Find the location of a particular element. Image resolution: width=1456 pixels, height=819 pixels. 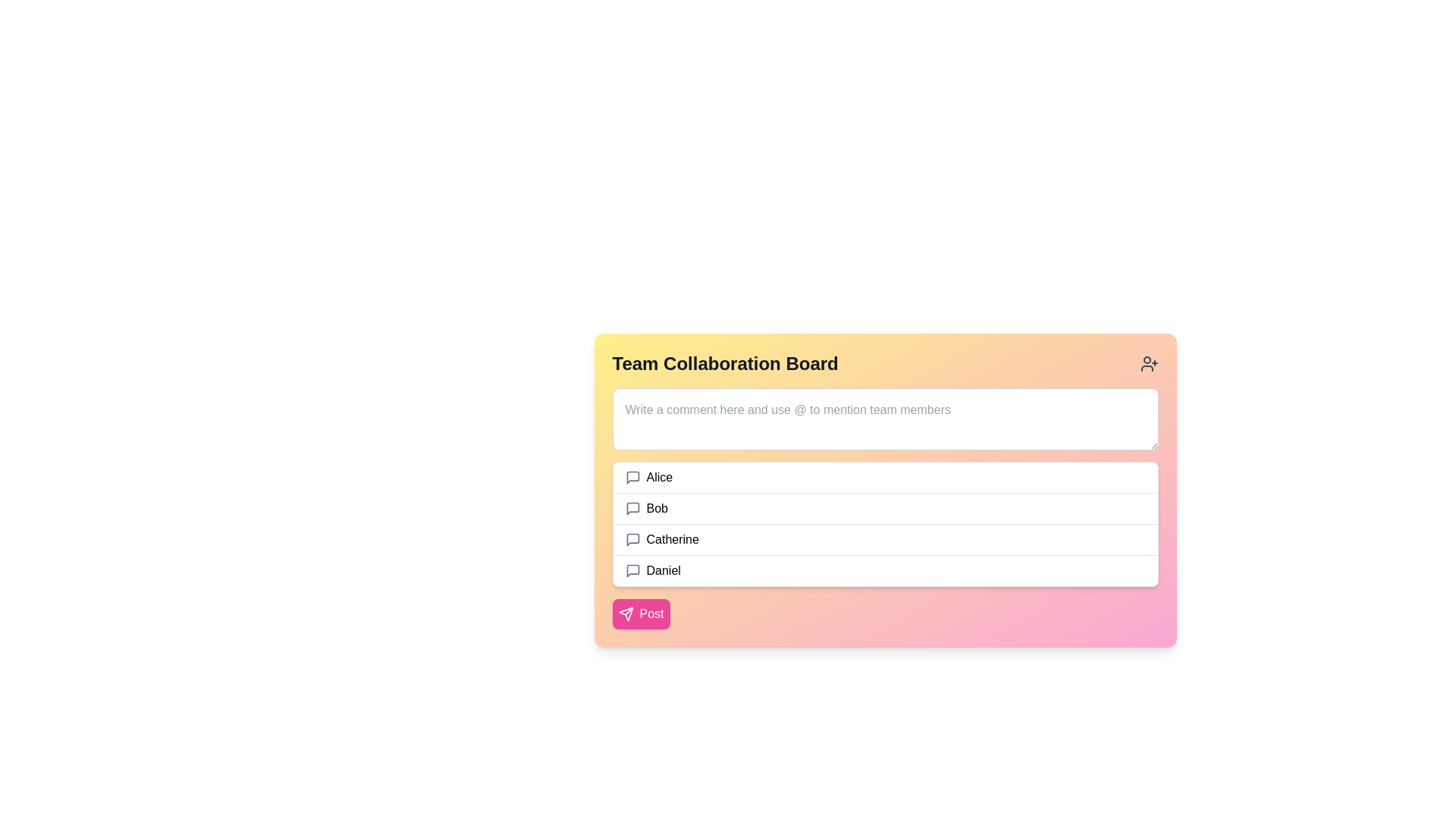

the speech bubble icon located next to the user entry labeled 'Alice' to interact with the messaging functionality it represents is located at coordinates (632, 476).